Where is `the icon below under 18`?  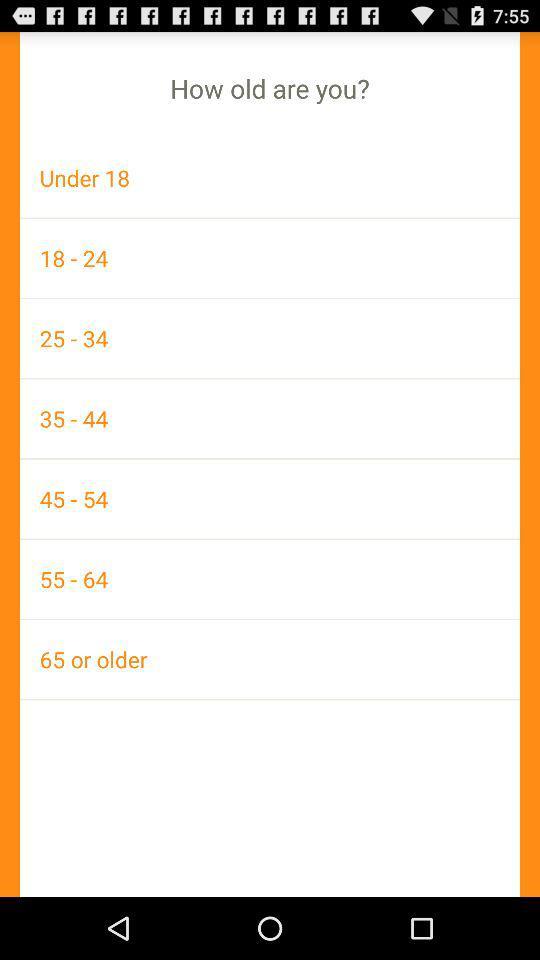 the icon below under 18 is located at coordinates (270, 257).